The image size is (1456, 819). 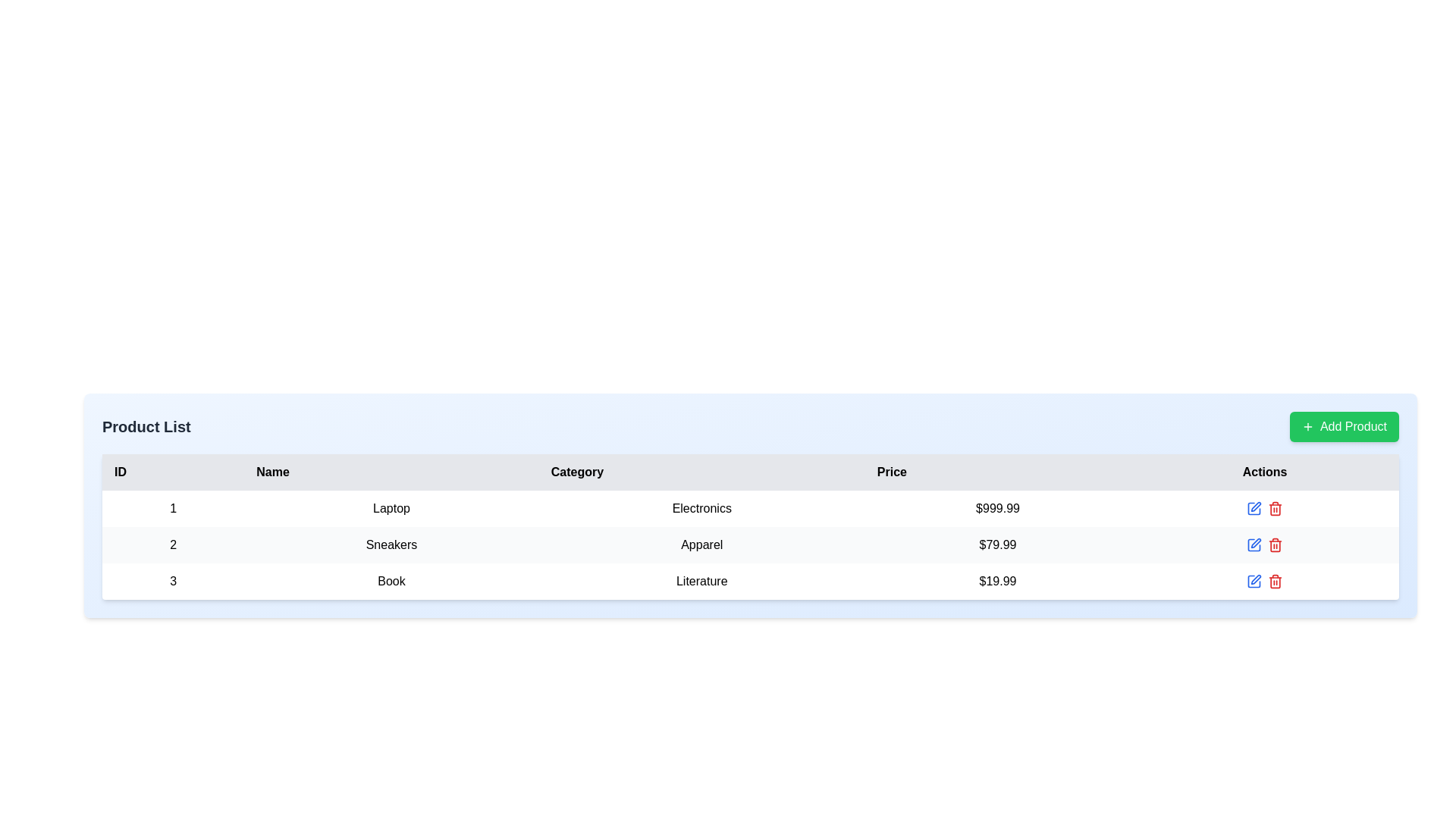 What do you see at coordinates (1256, 507) in the screenshot?
I see `the edit icon button located in the 'Actions' column of the first row for the product 'Laptop'` at bounding box center [1256, 507].